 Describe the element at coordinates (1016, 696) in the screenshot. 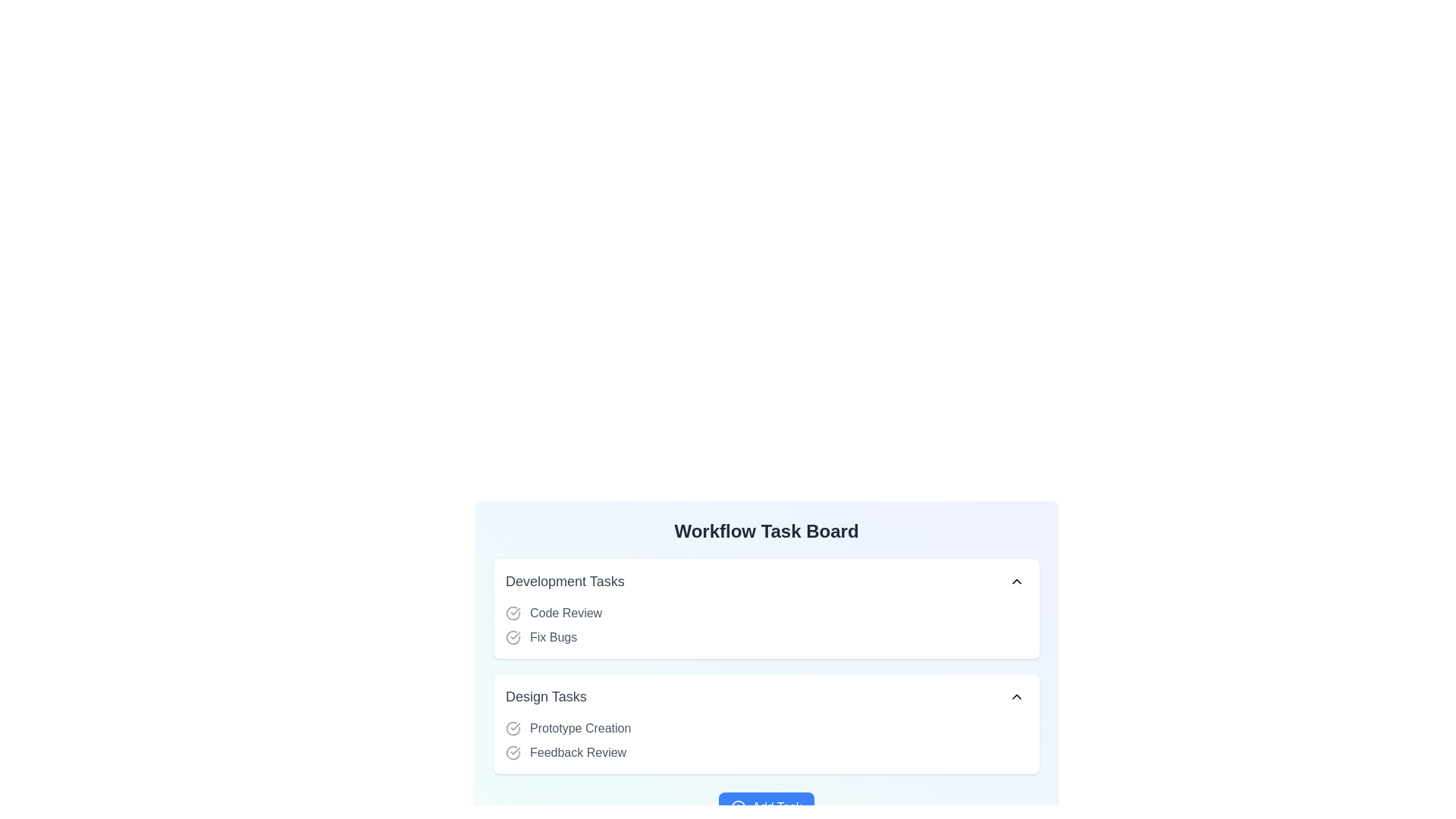

I see `the circular Collapsible section toggle button with an upward-pointing chevron icon located to the far right side of the 'Design Tasks' header` at that location.